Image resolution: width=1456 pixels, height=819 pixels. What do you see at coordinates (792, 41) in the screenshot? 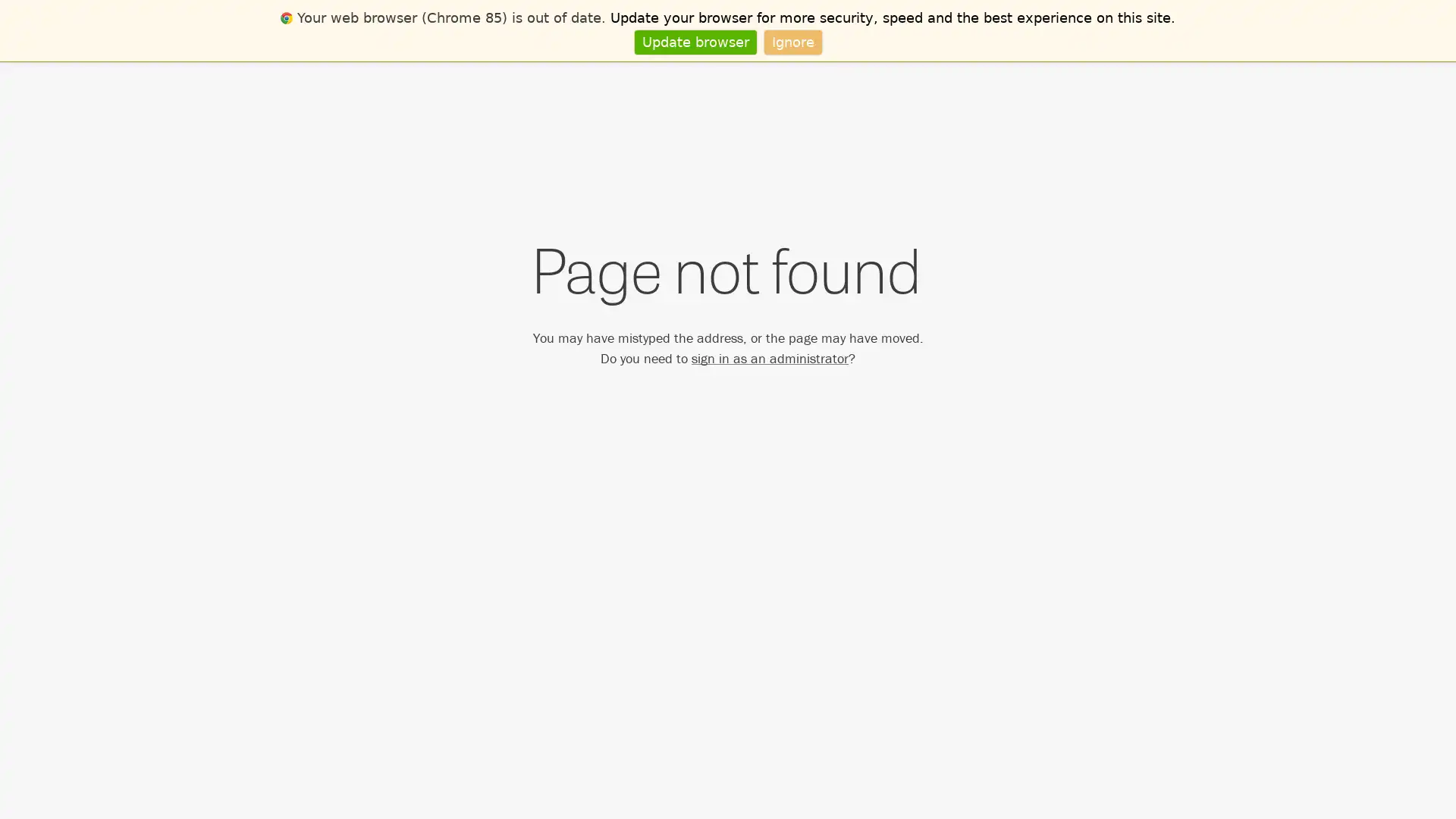
I see `Ignore` at bounding box center [792, 41].